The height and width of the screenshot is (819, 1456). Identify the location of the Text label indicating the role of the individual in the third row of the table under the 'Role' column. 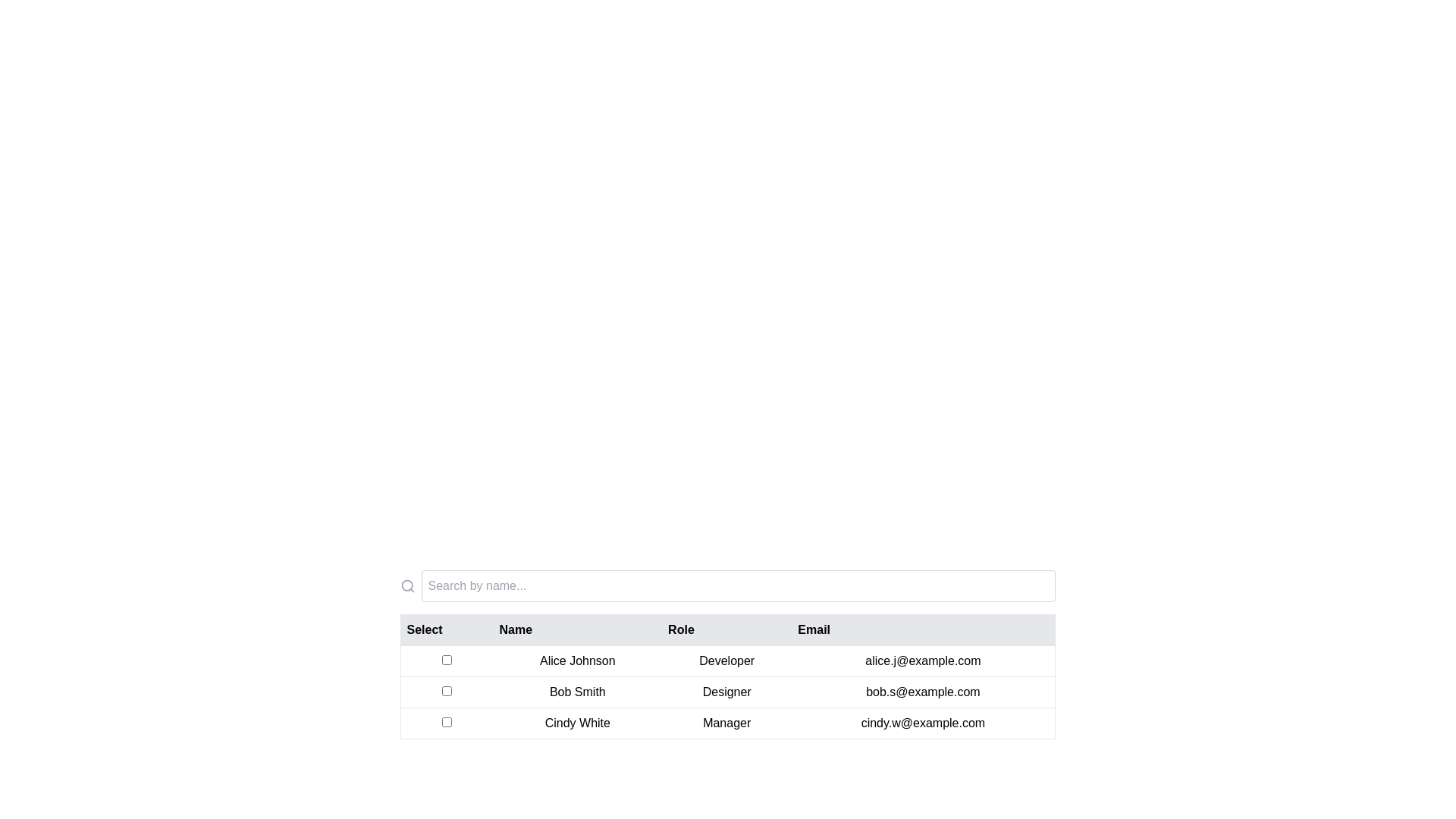
(726, 722).